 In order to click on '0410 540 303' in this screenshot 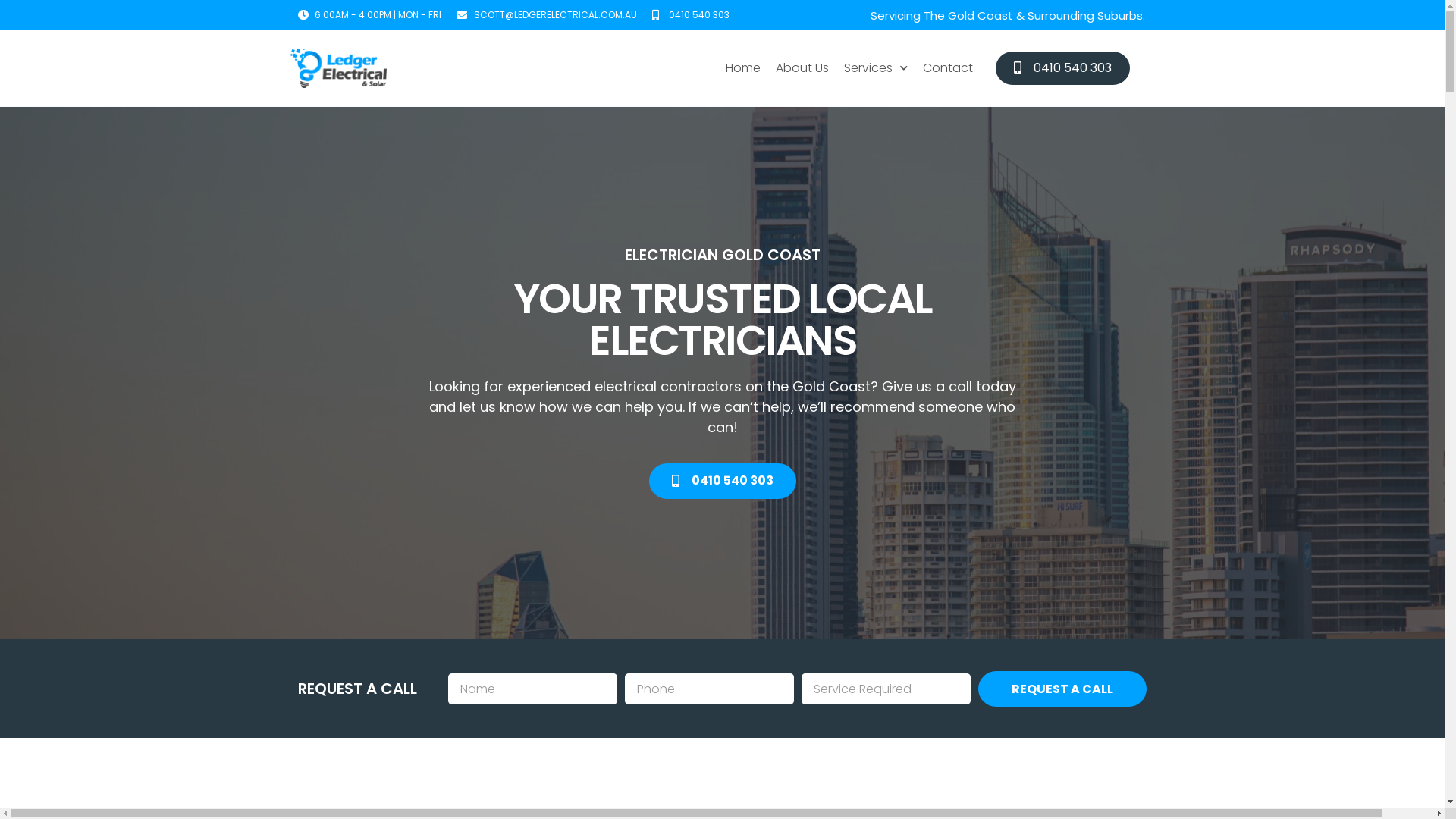, I will do `click(648, 481)`.